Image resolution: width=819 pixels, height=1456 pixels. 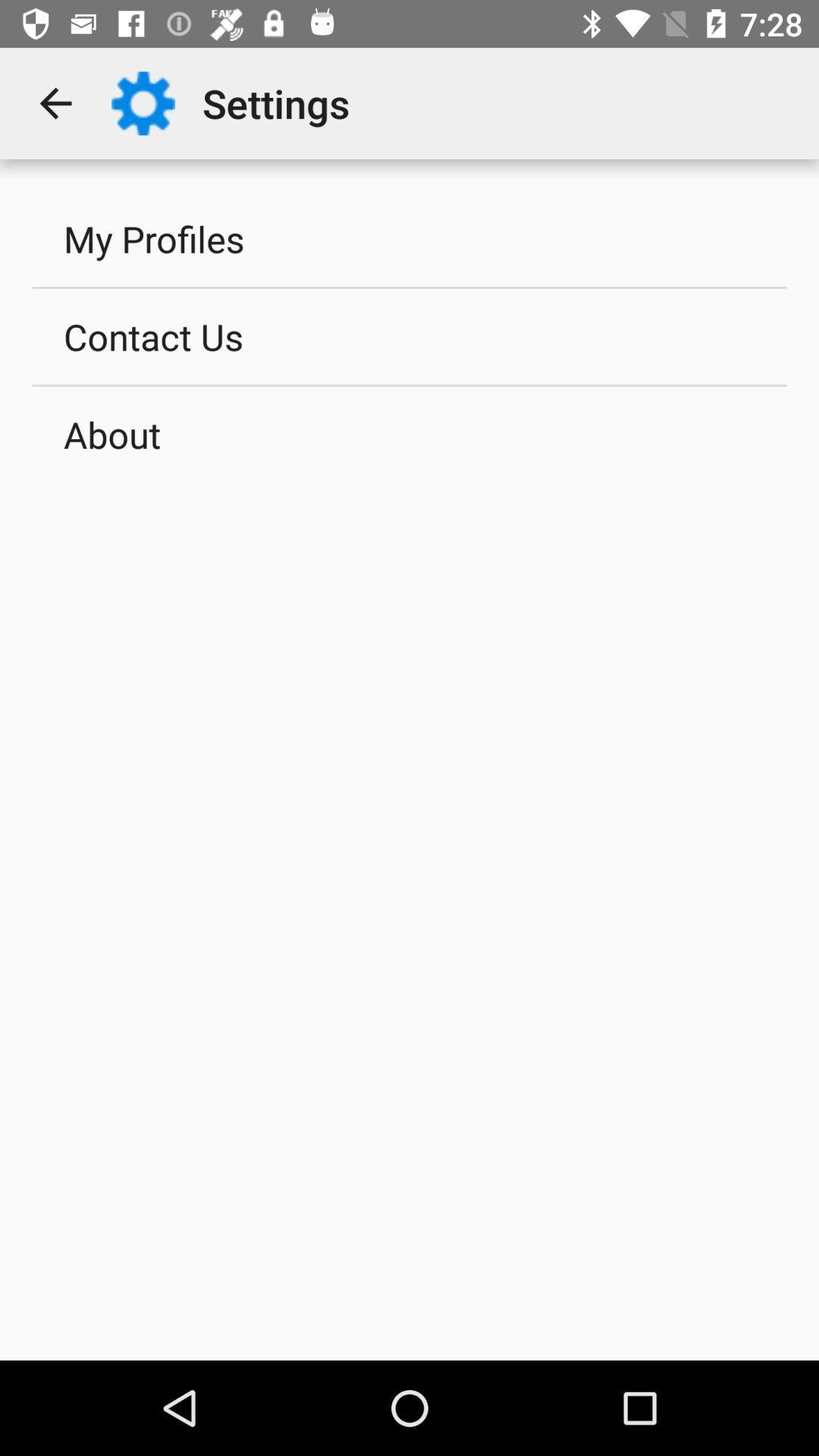 I want to click on icon above my profiles icon, so click(x=55, y=102).